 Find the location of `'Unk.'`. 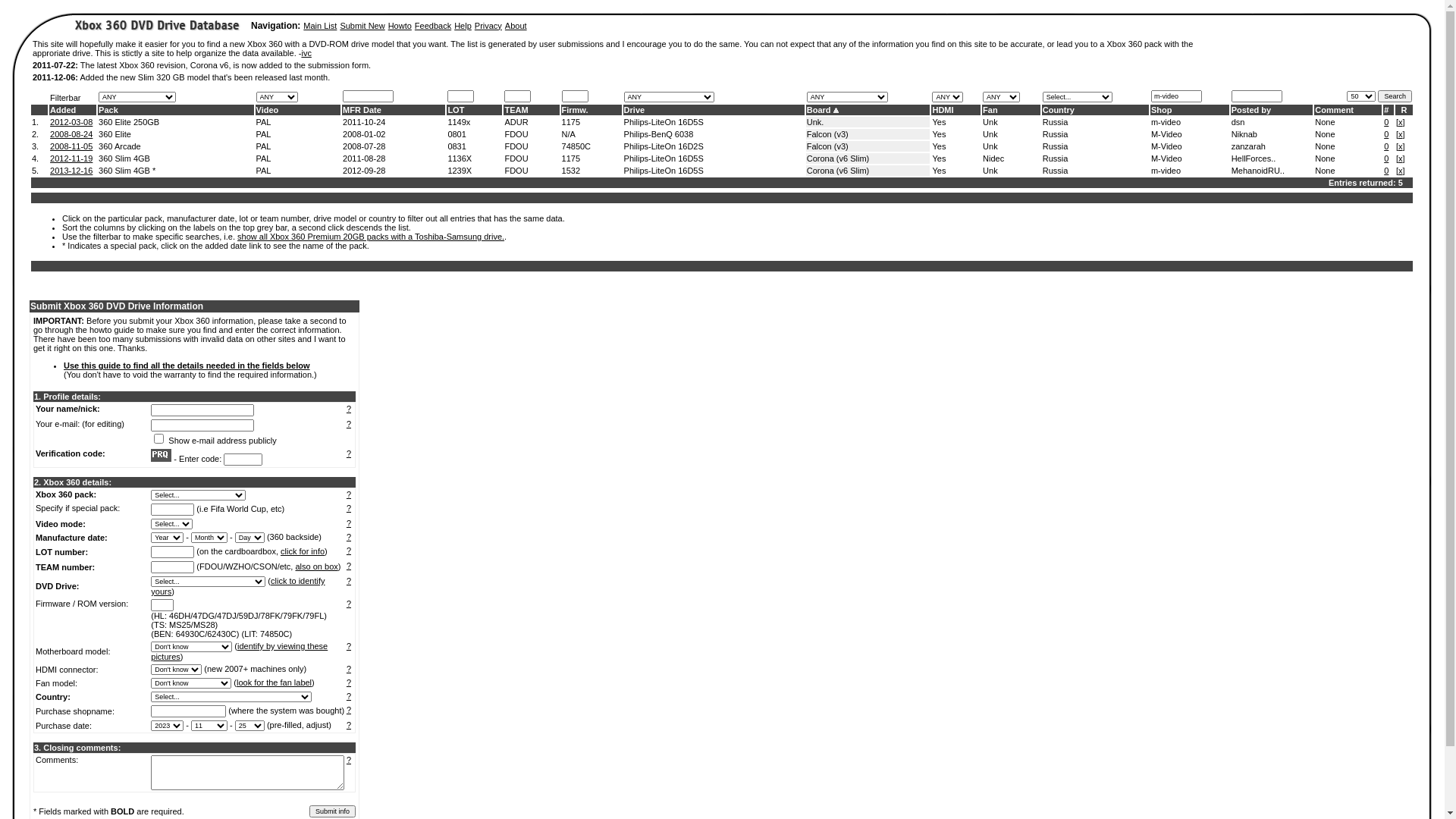

'Unk.' is located at coordinates (814, 121).